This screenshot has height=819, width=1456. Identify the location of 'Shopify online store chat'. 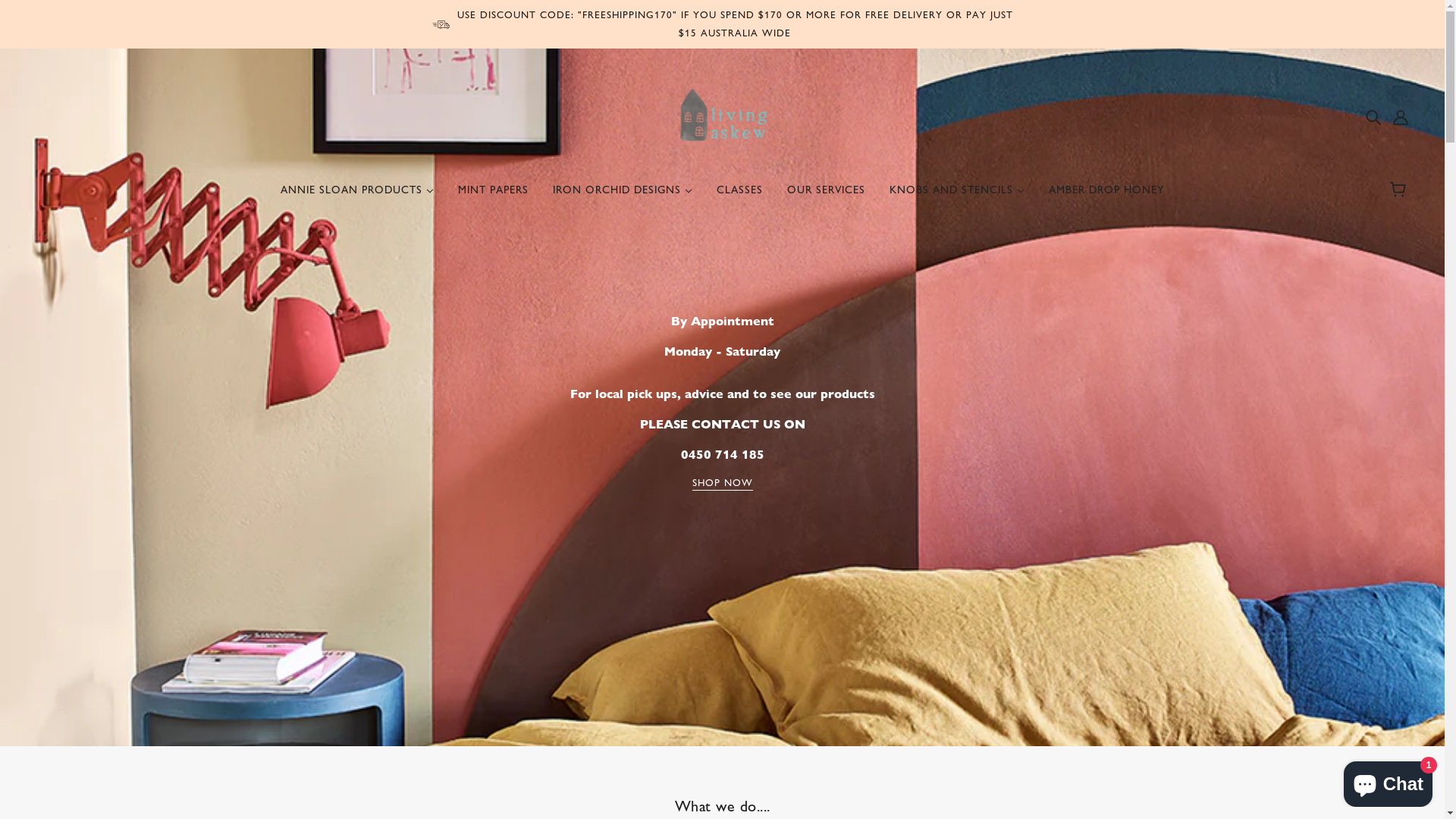
(1339, 780).